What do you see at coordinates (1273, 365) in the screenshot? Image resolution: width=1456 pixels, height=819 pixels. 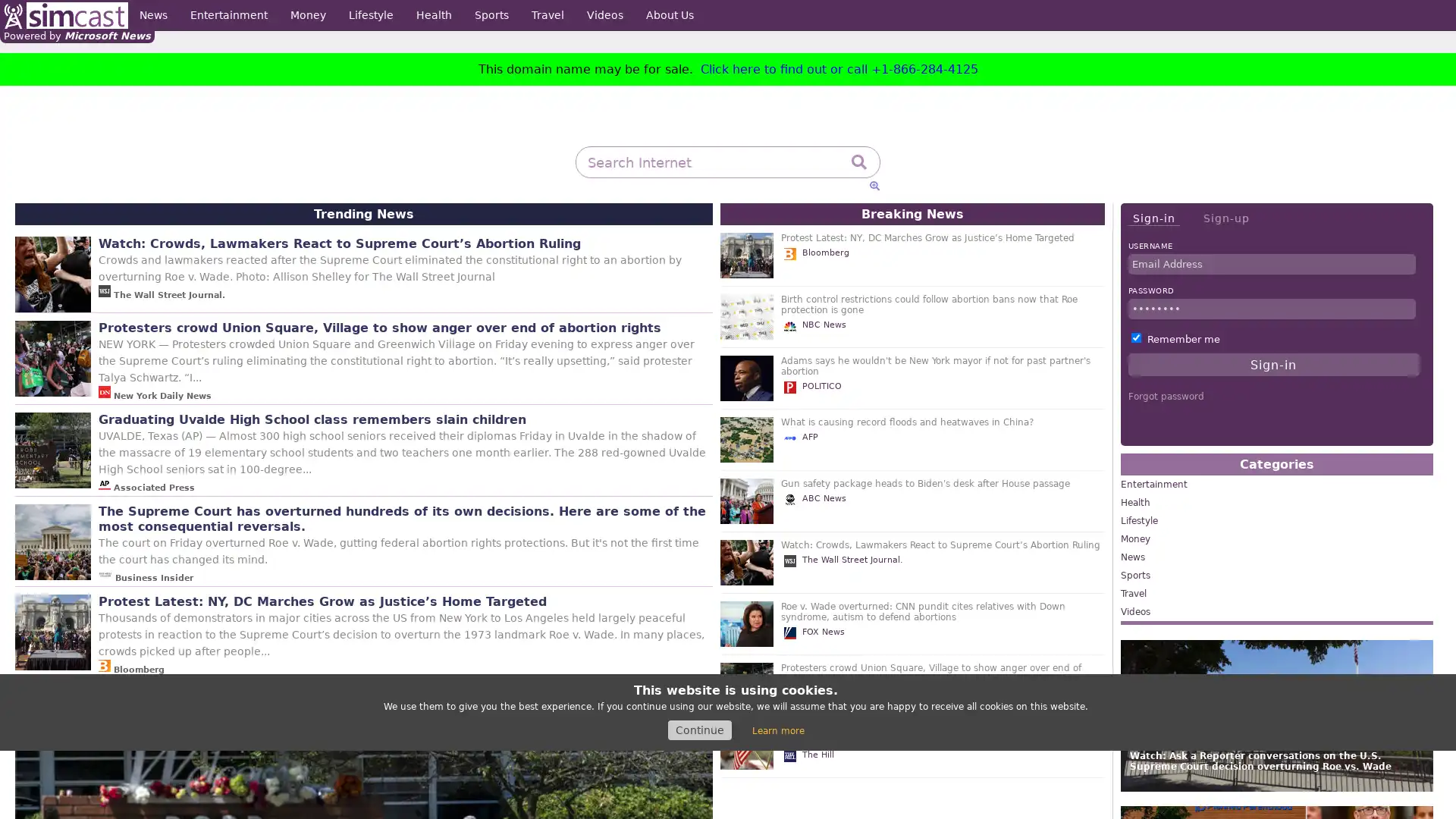 I see `Sign-in` at bounding box center [1273, 365].